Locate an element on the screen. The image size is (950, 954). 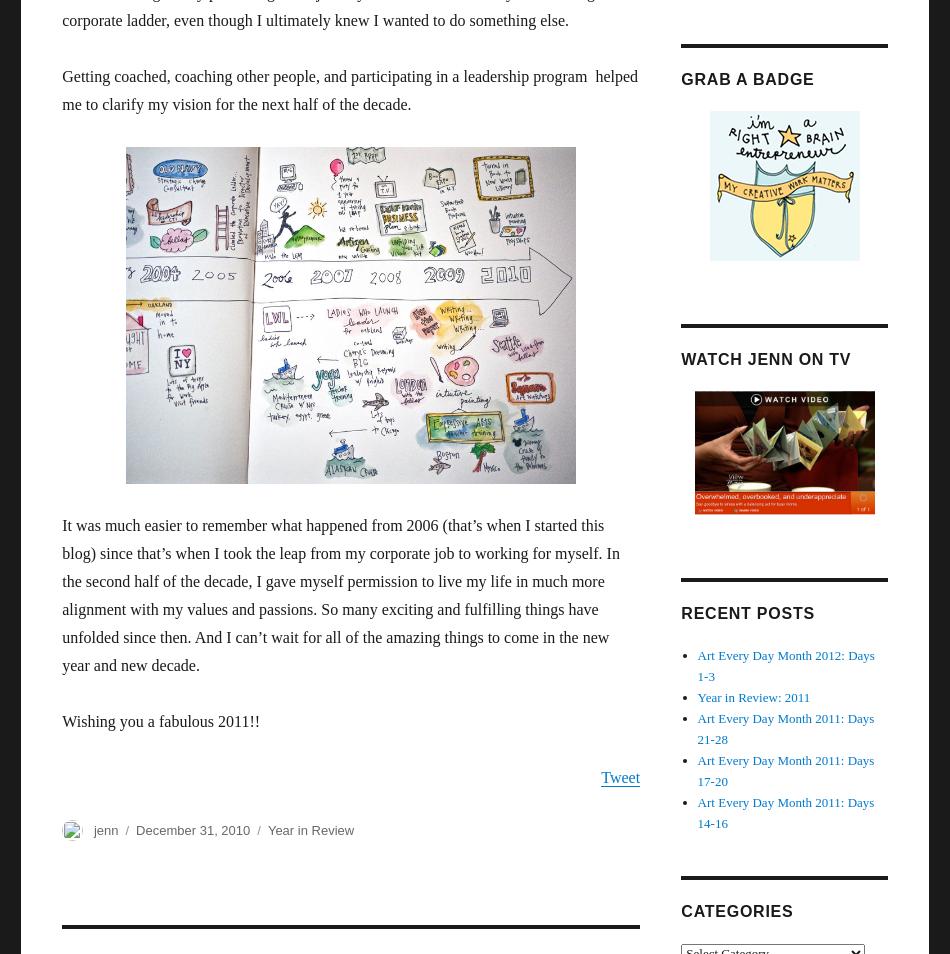
'Wishing you a fabulous 2011!!' is located at coordinates (161, 721).